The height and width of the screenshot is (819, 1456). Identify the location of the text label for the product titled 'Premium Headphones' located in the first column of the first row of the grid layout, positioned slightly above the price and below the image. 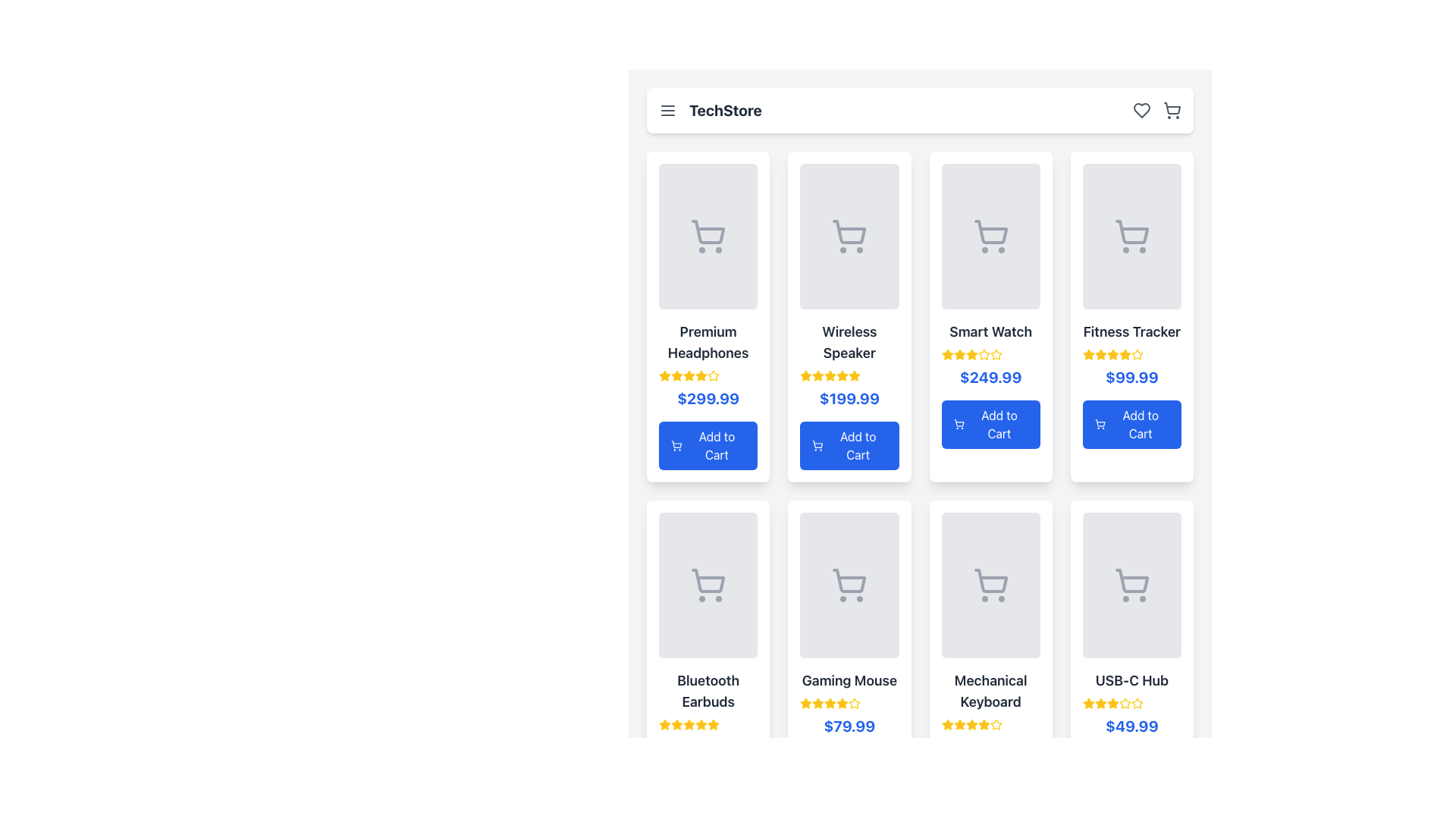
(708, 342).